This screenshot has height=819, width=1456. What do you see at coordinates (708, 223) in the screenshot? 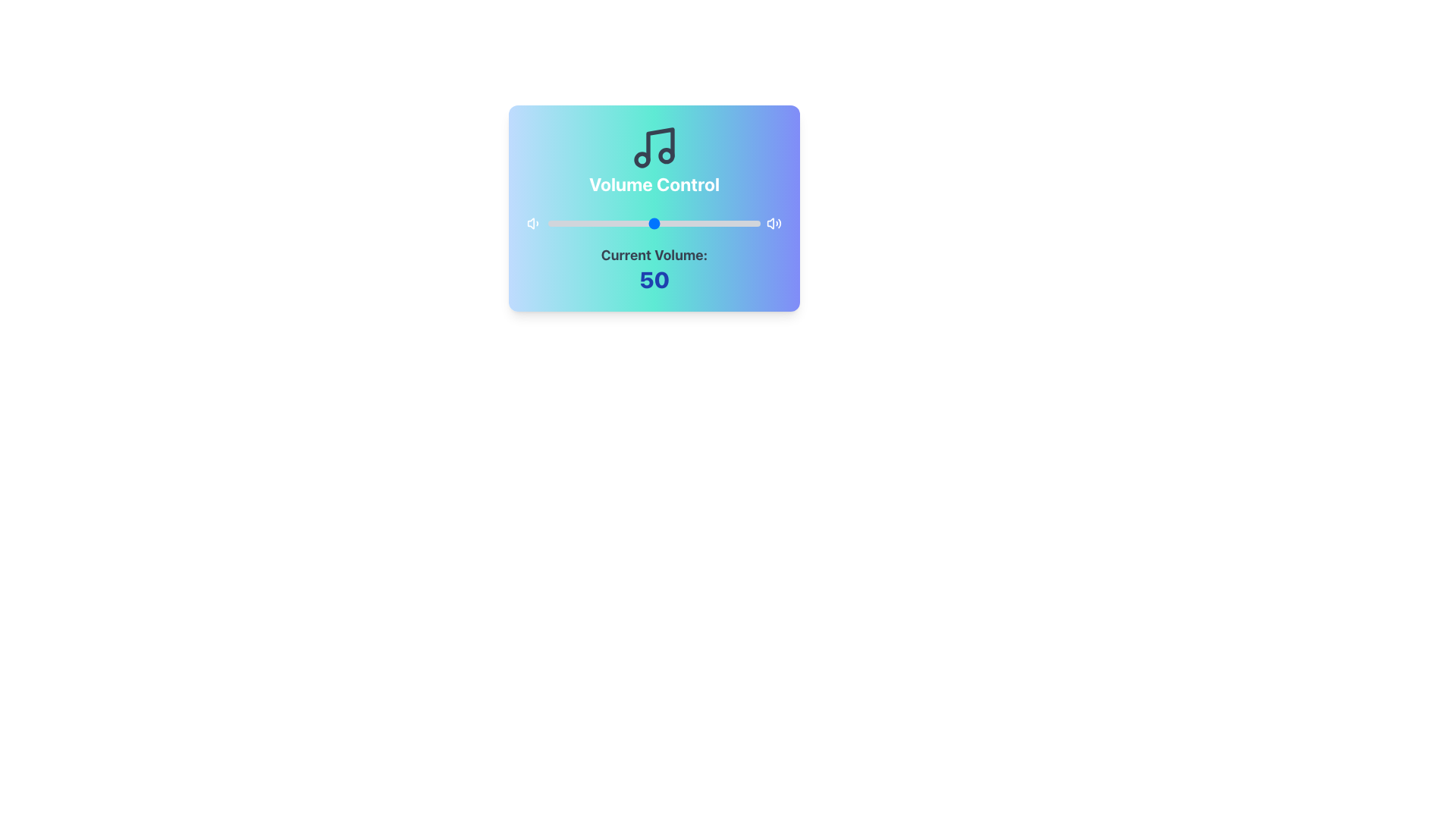
I see `the slider` at bounding box center [708, 223].